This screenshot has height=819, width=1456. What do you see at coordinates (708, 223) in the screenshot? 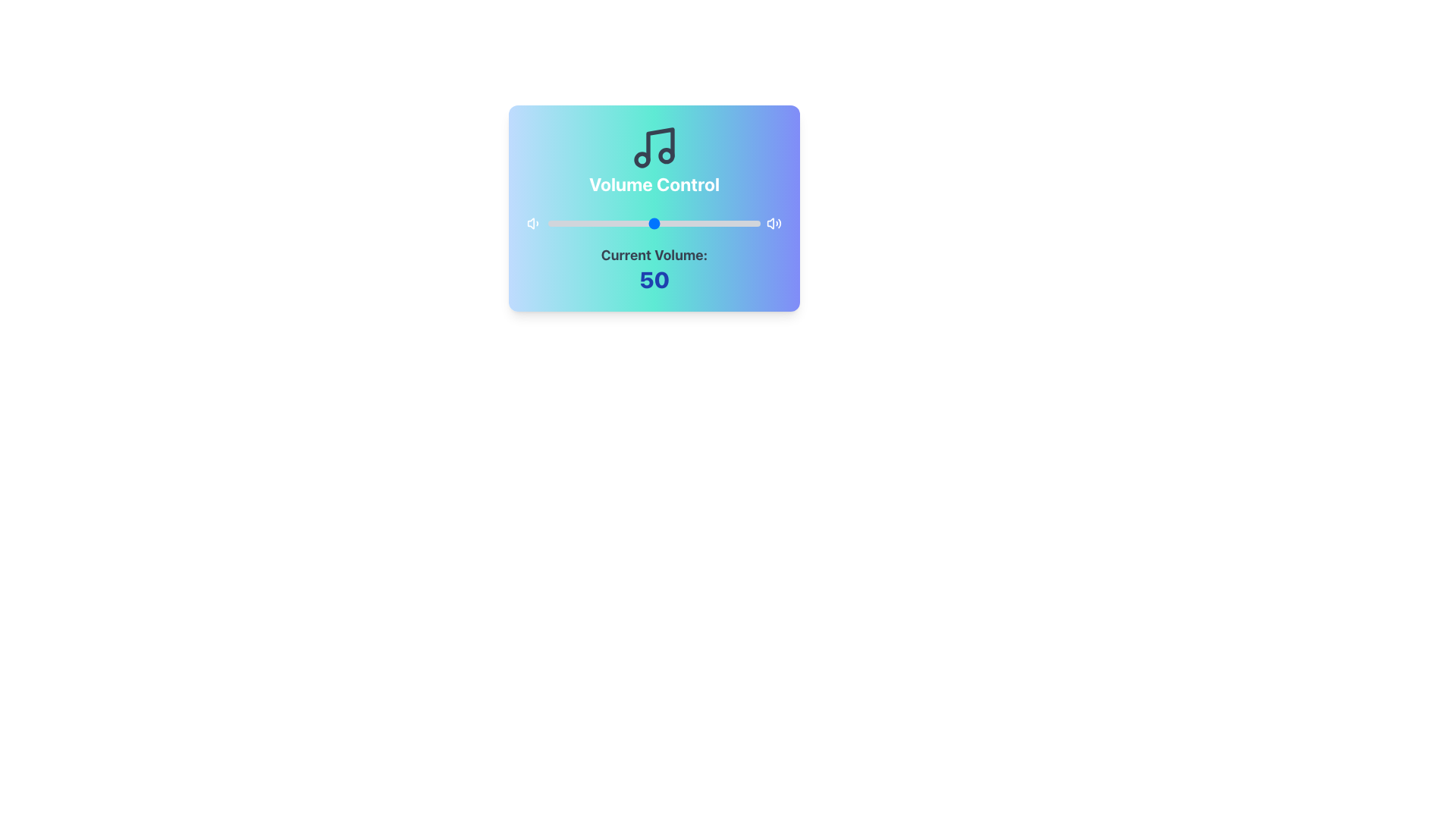
I see `the slider` at bounding box center [708, 223].